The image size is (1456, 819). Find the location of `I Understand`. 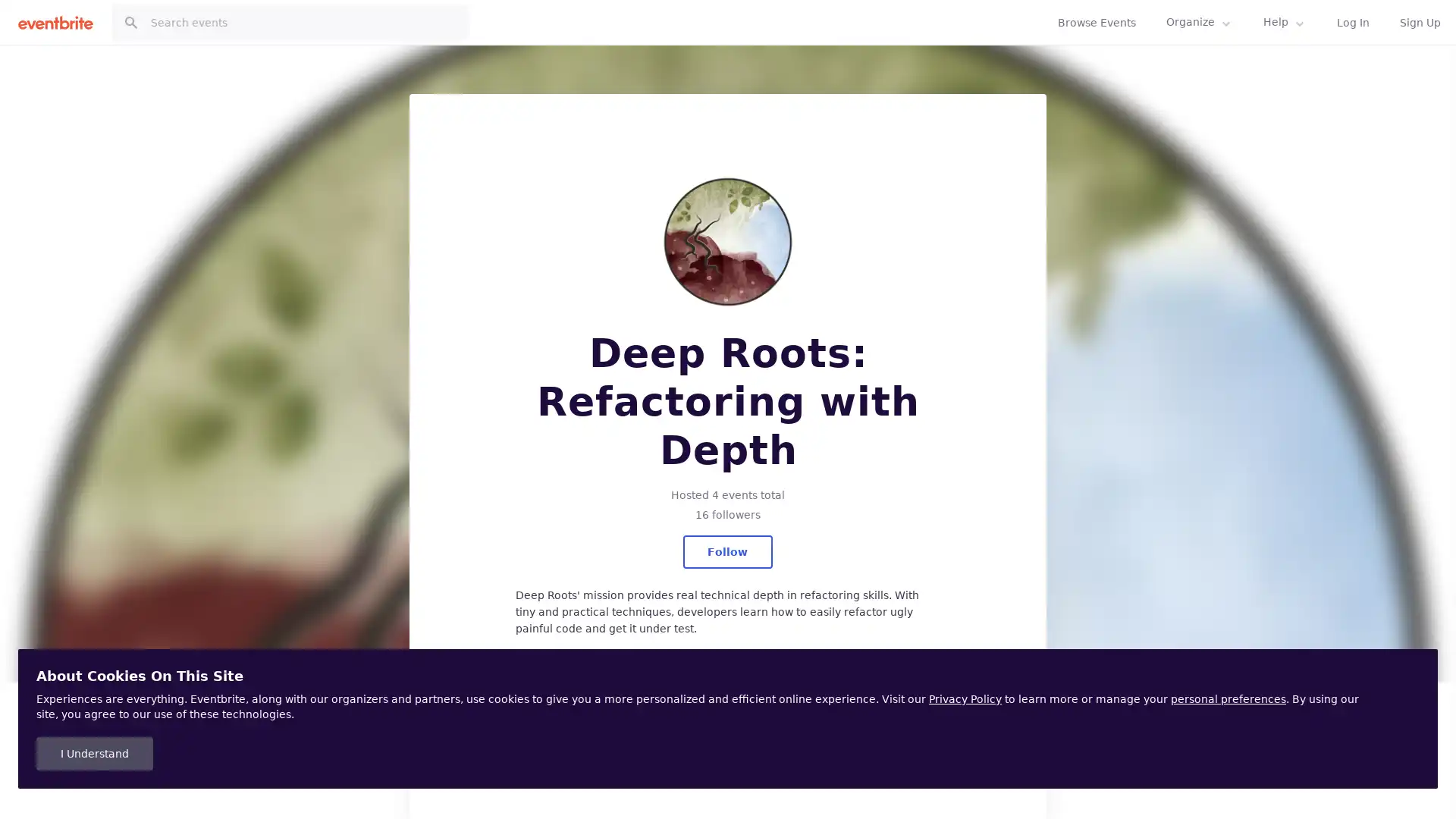

I Understand is located at coordinates (93, 754).